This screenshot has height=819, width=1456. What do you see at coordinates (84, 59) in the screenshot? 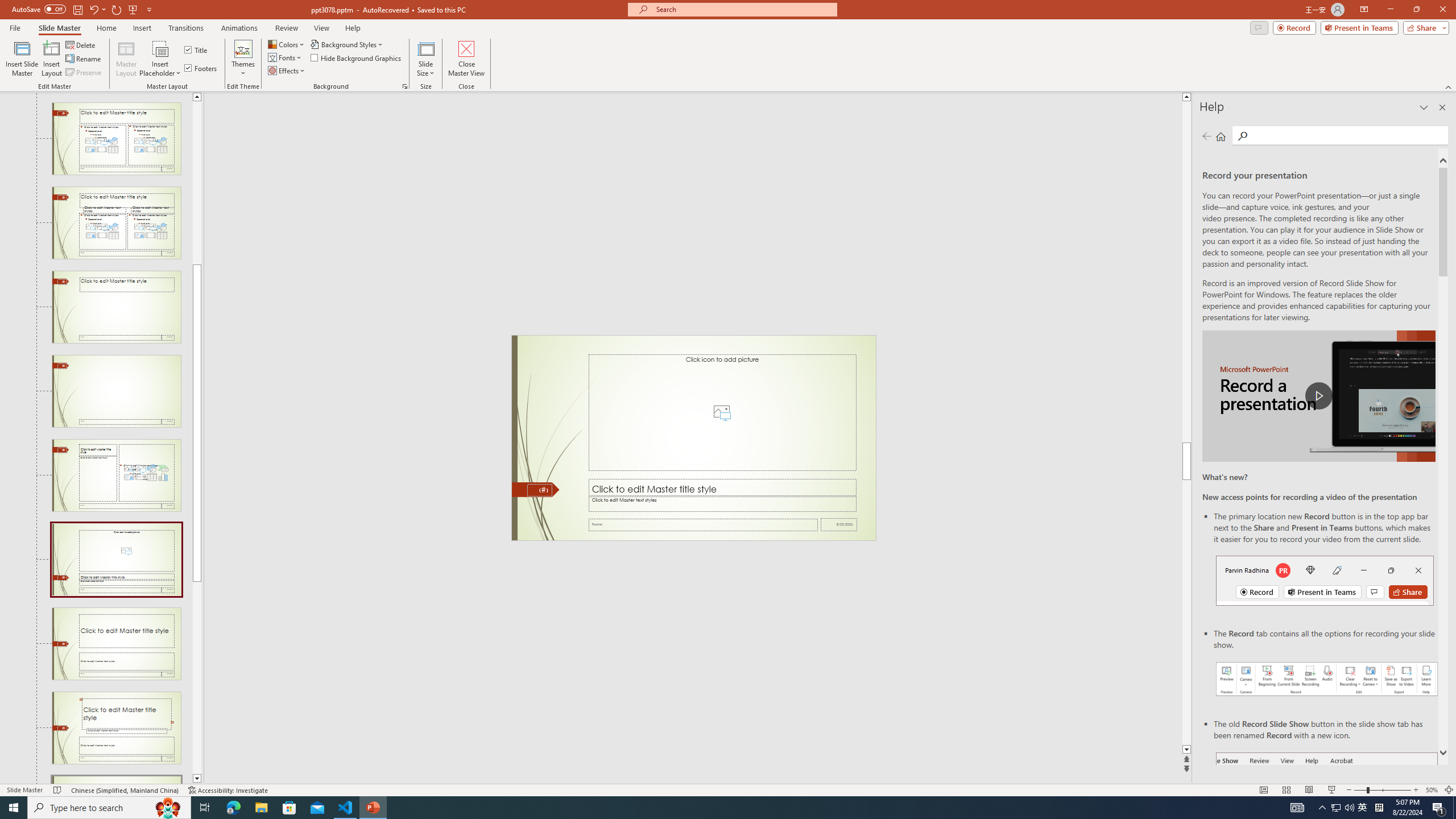
I see `'Rename'` at bounding box center [84, 59].